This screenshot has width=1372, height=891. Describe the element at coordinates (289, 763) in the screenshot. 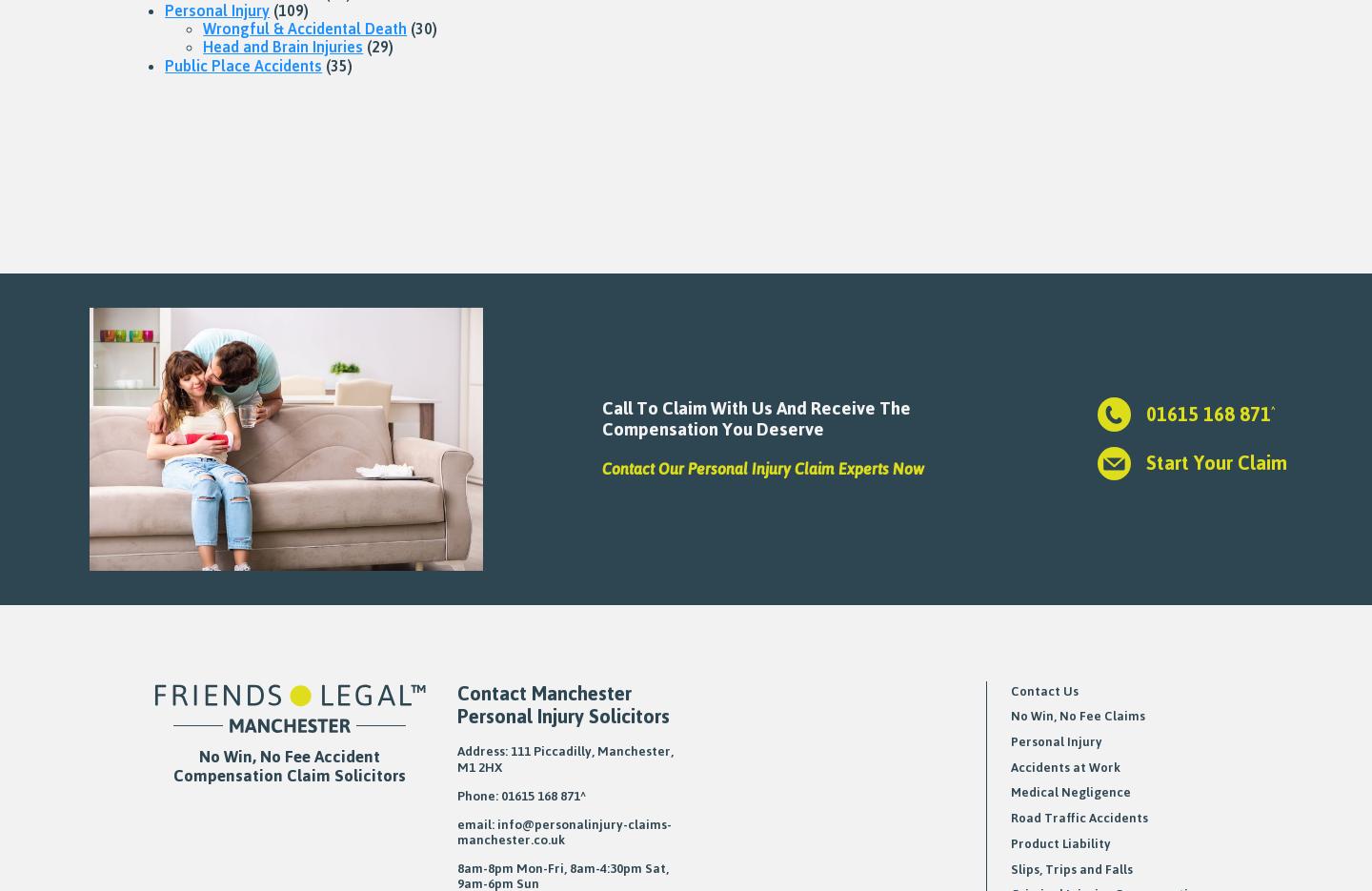

I see `'No Win, No Fee Accident Compensation Claim Solicitors'` at that location.